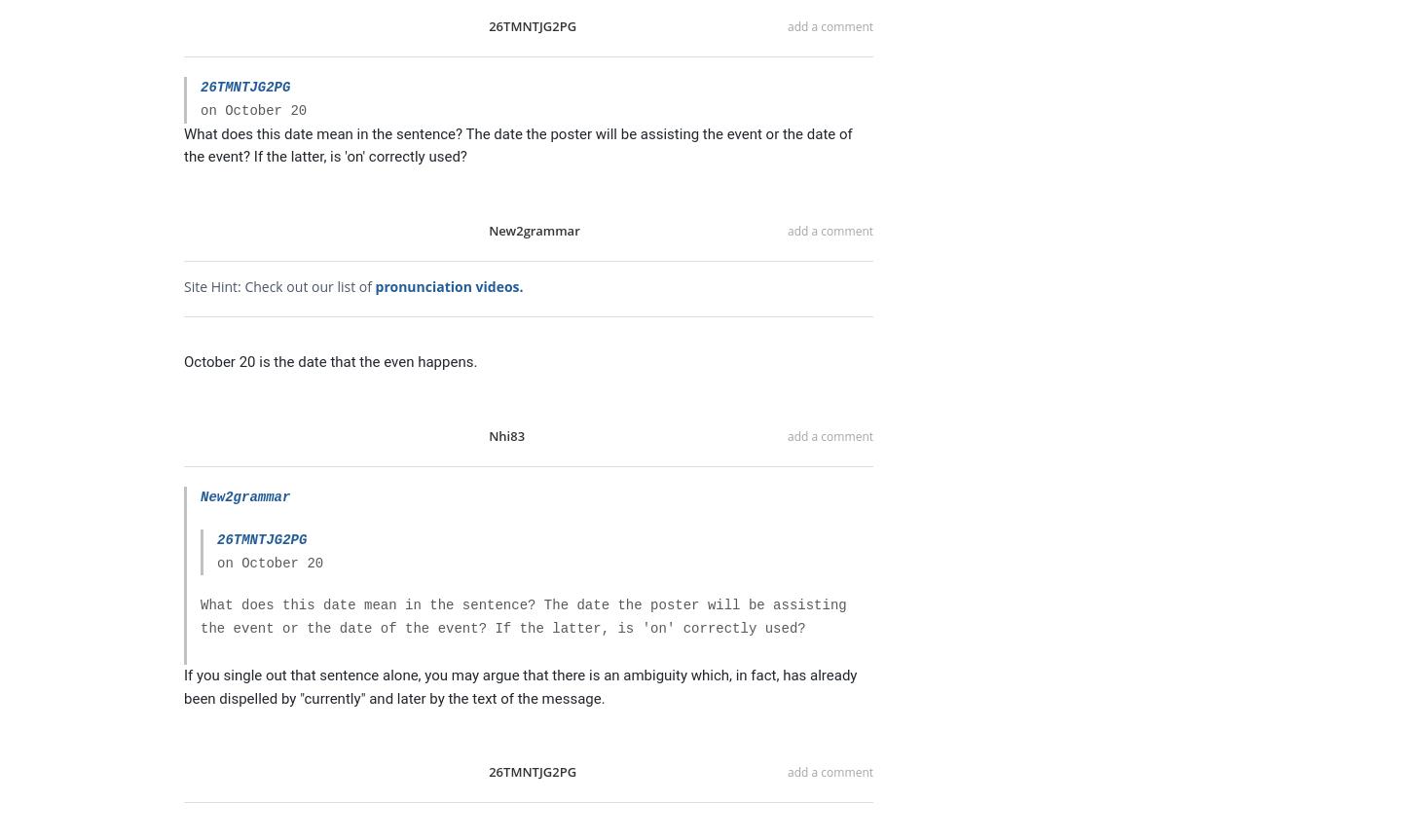  What do you see at coordinates (448, 285) in the screenshot?
I see `'pronunciation videos.'` at bounding box center [448, 285].